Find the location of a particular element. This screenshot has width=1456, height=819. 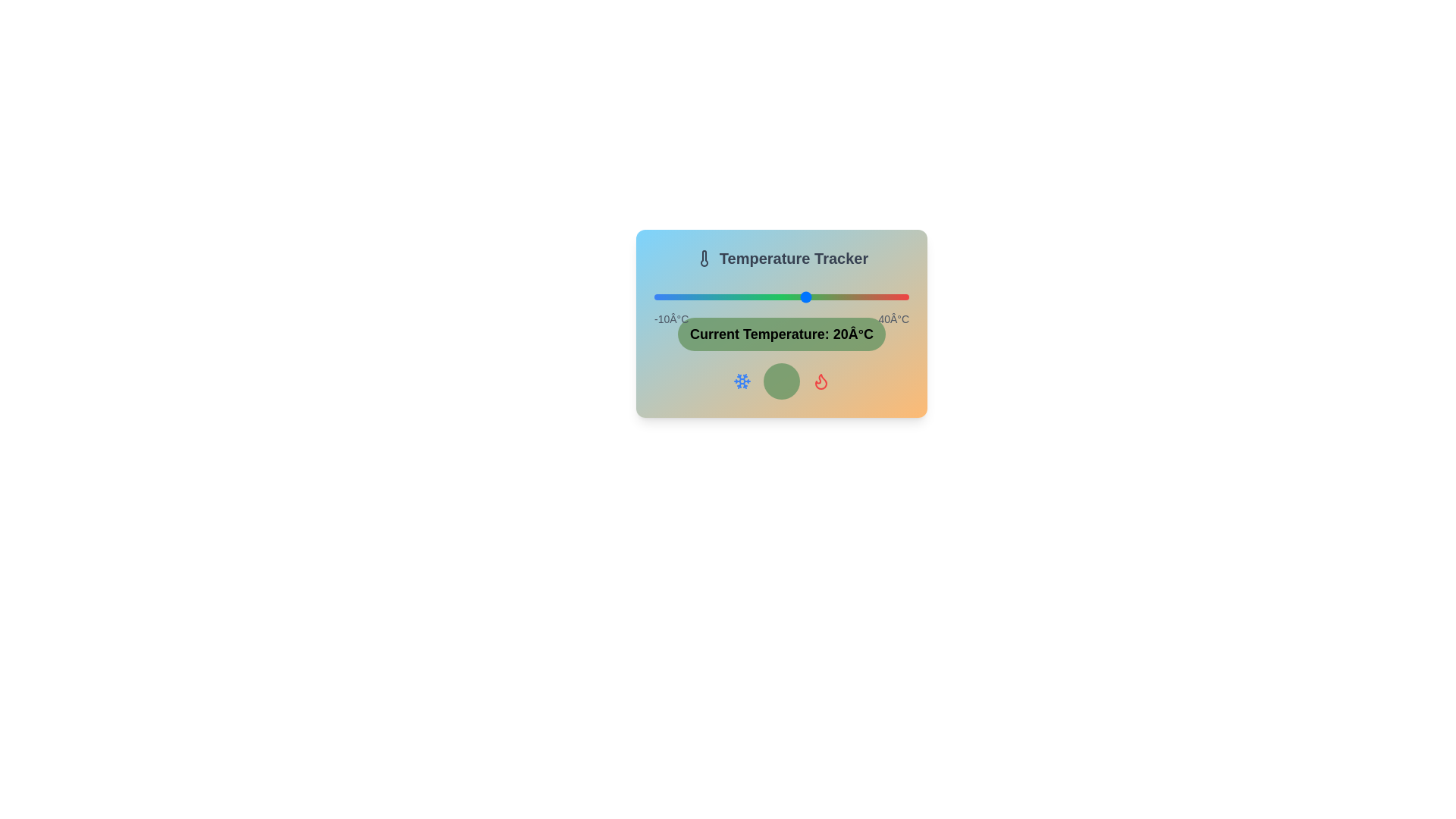

the temperature slider to set the temperature to -9°C is located at coordinates (659, 297).